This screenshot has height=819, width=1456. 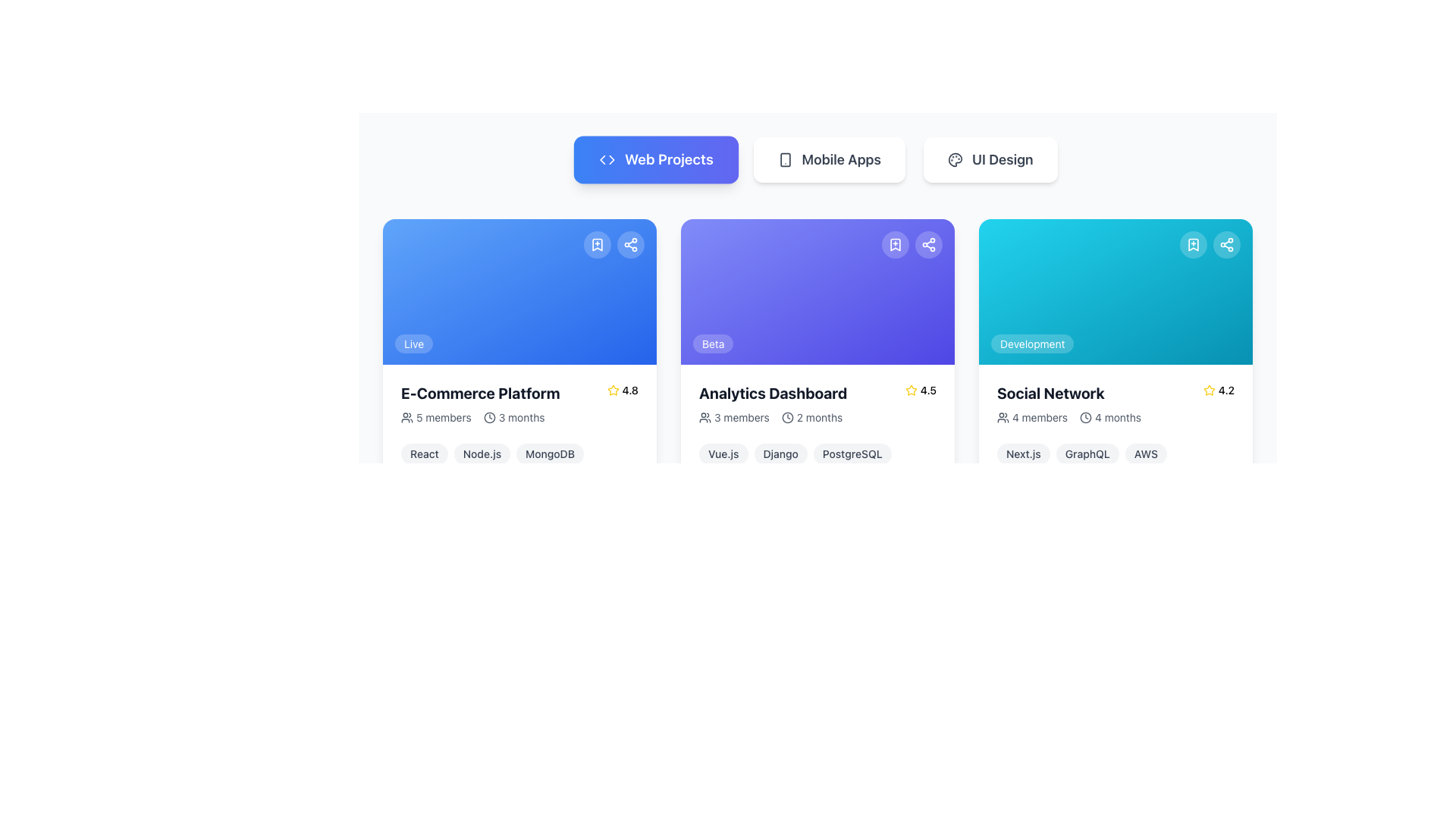 I want to click on the 'PostgreSQL' label, so click(x=852, y=453).